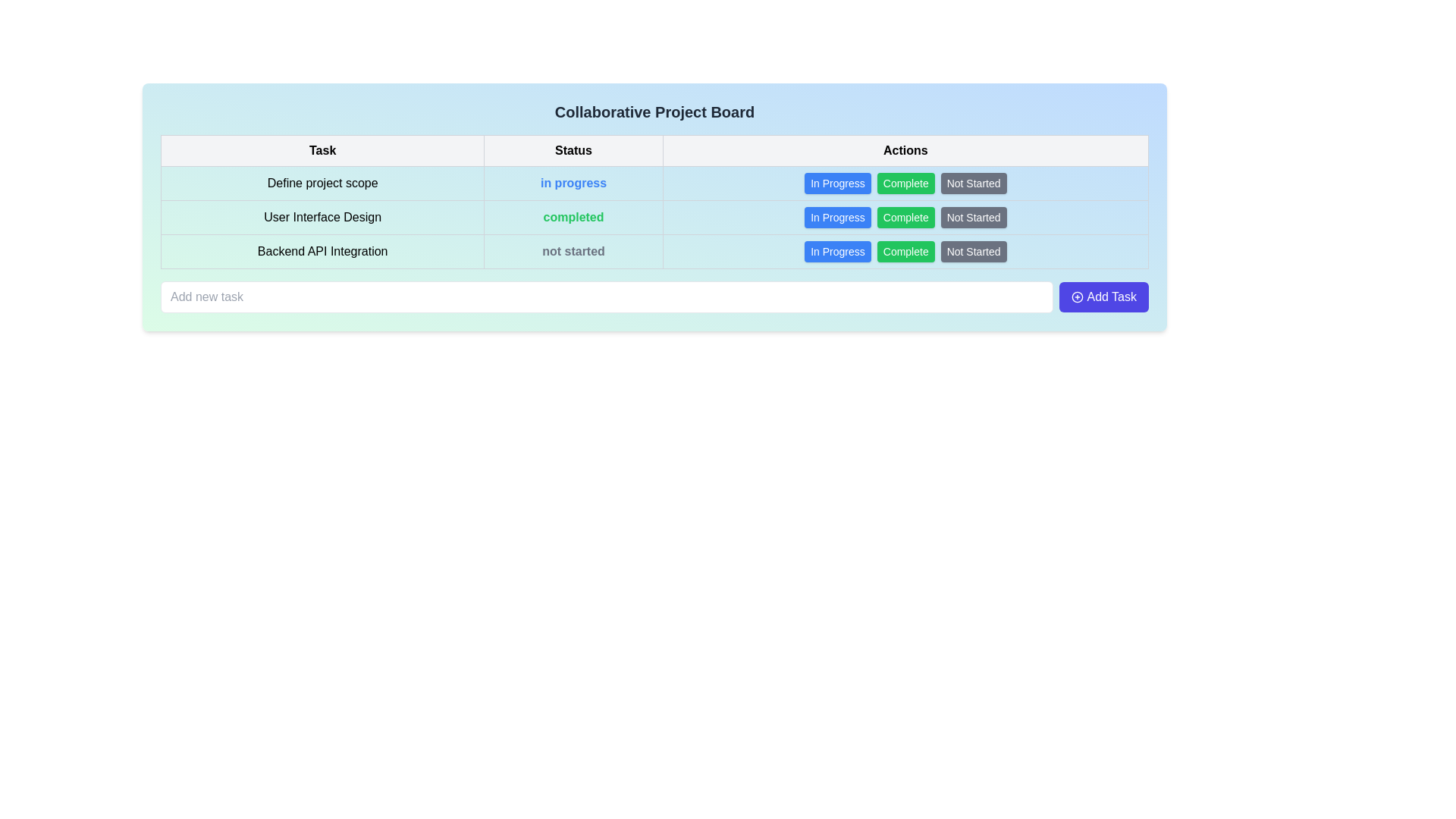 The height and width of the screenshot is (819, 1456). What do you see at coordinates (322, 151) in the screenshot?
I see `the 'Task' column header, which is the leftmost heading in a table layout` at bounding box center [322, 151].